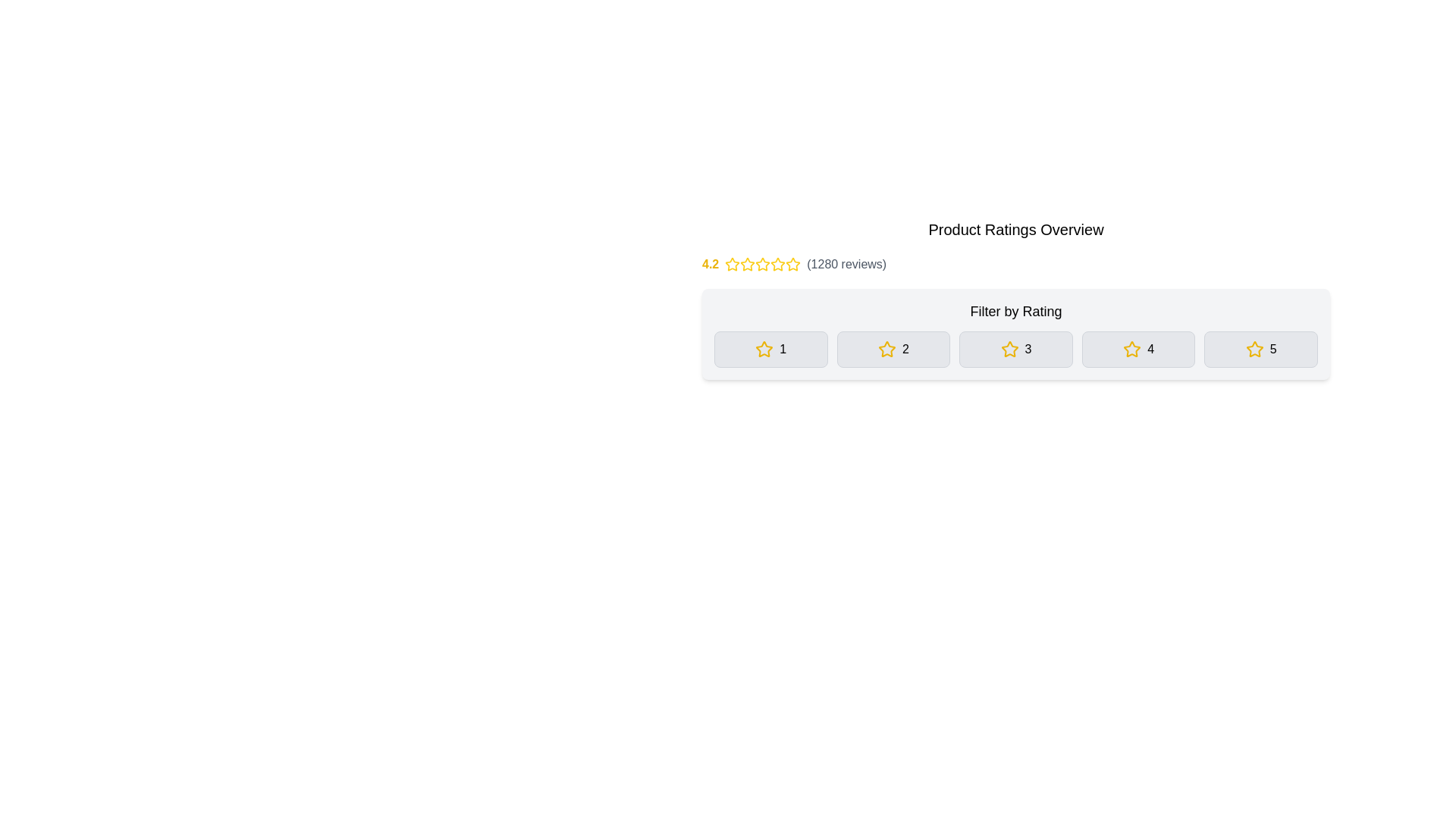 The width and height of the screenshot is (1456, 819). I want to click on the interactive button containing the number '3' and a filled yellow star icon, so click(1015, 350).